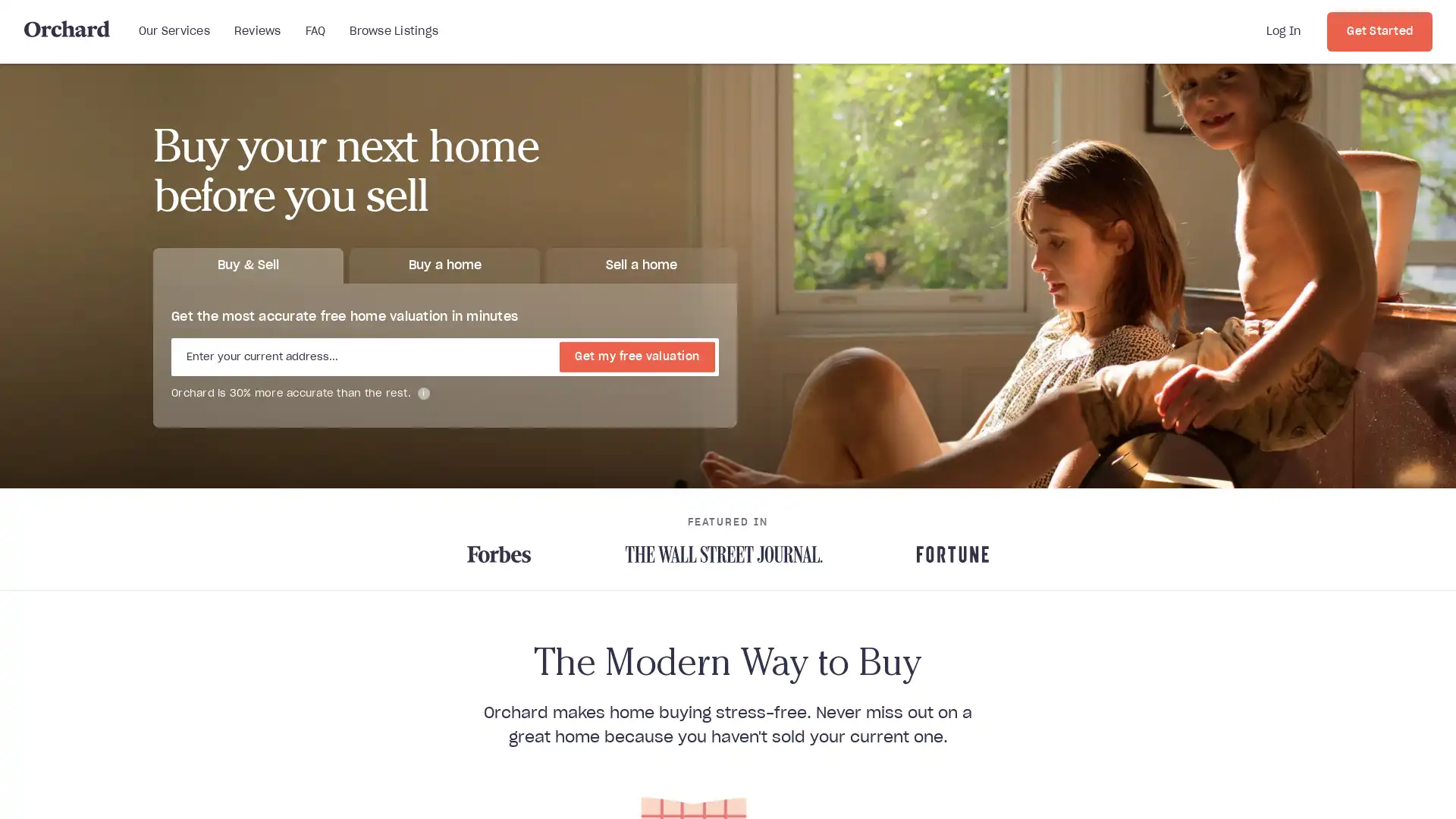  Describe the element at coordinates (1421, 727) in the screenshot. I see `Send message` at that location.